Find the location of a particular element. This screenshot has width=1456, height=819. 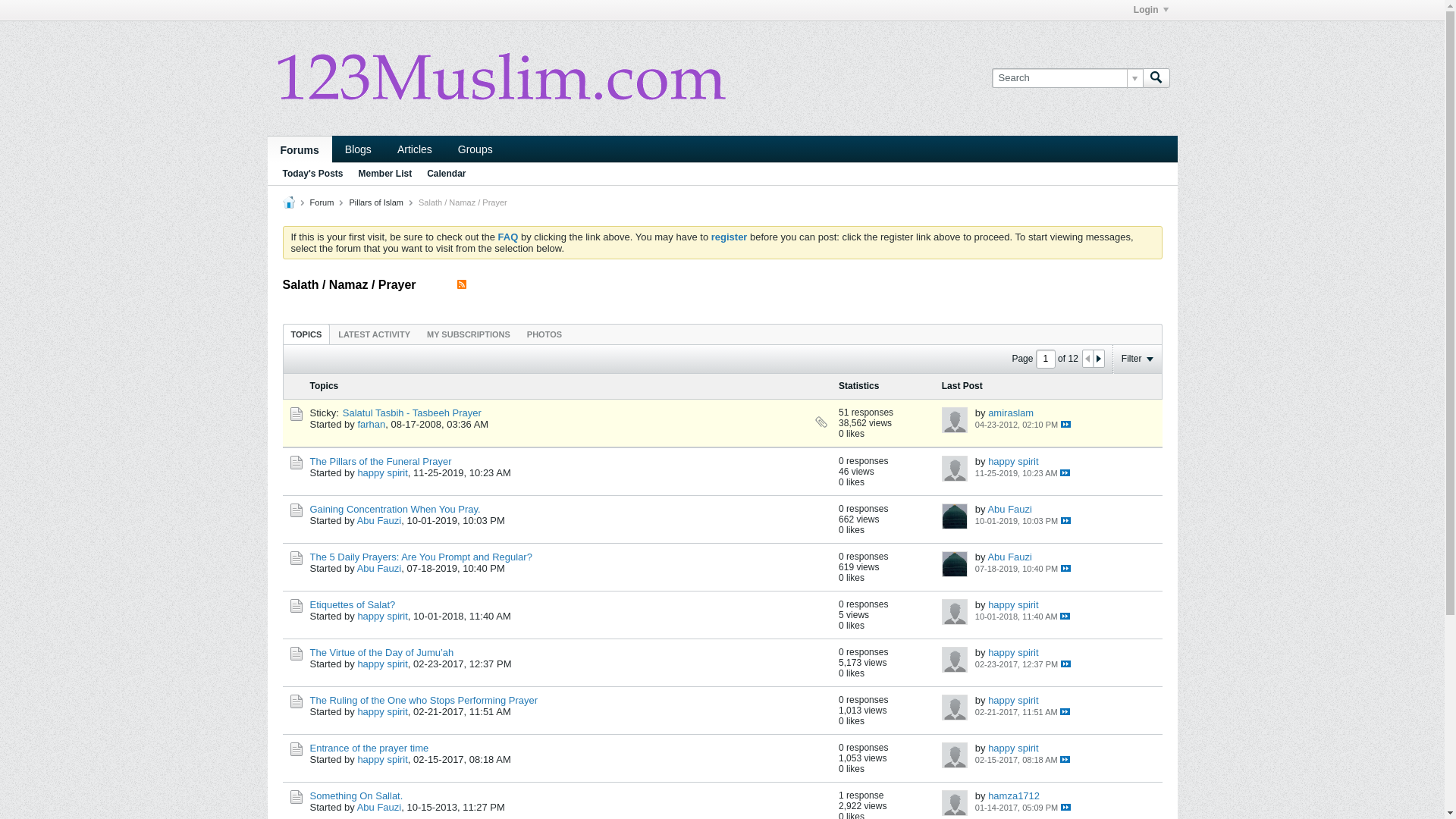

' ' is located at coordinates (1065, 424).